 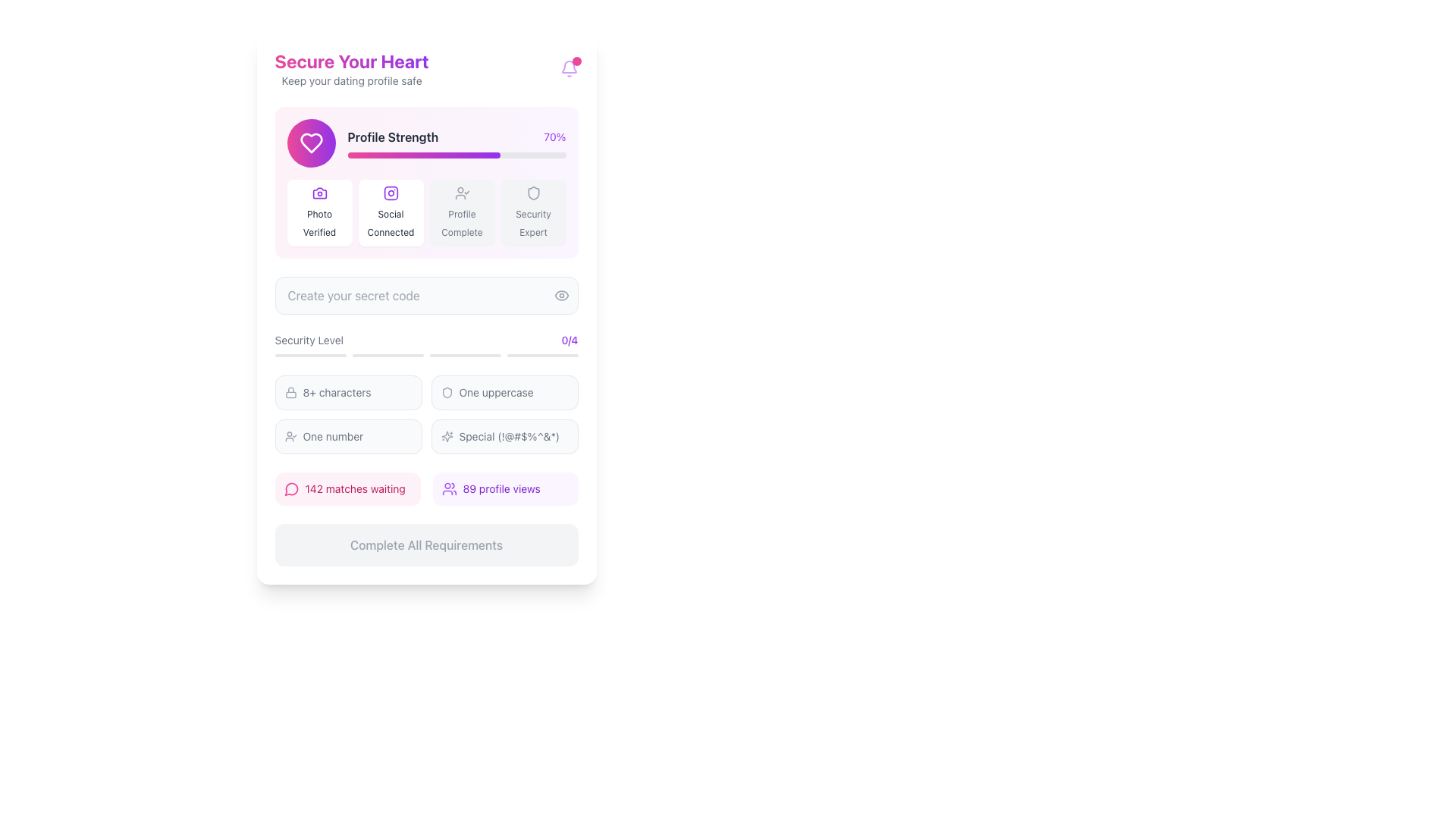 I want to click on the distinctive purple camera or social media icon located in the second box from the left within the 'Social Connected' section of the 'Profile Strength' widget, so click(x=391, y=192).